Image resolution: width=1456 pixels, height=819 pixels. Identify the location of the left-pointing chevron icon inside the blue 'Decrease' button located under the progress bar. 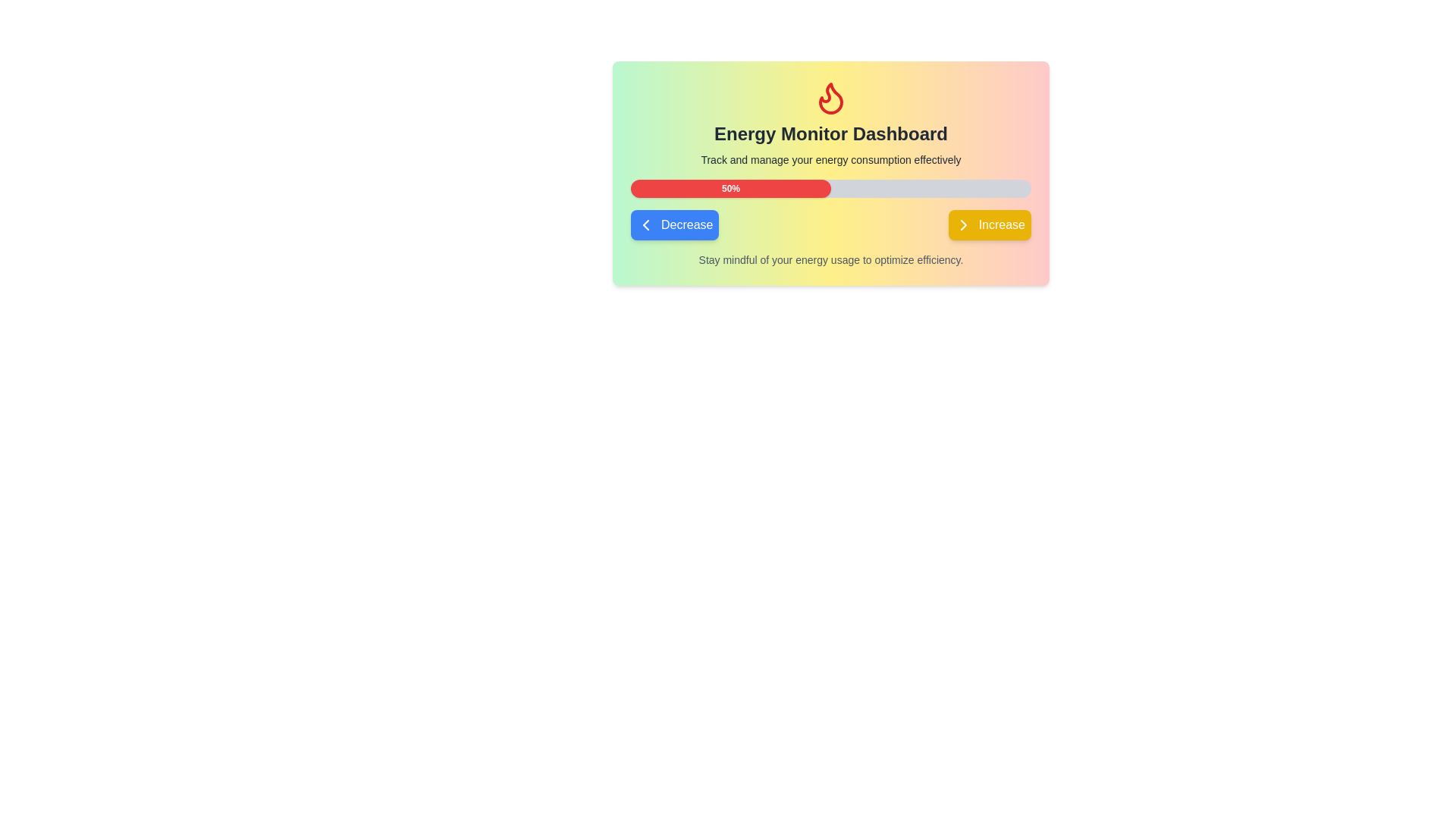
(645, 225).